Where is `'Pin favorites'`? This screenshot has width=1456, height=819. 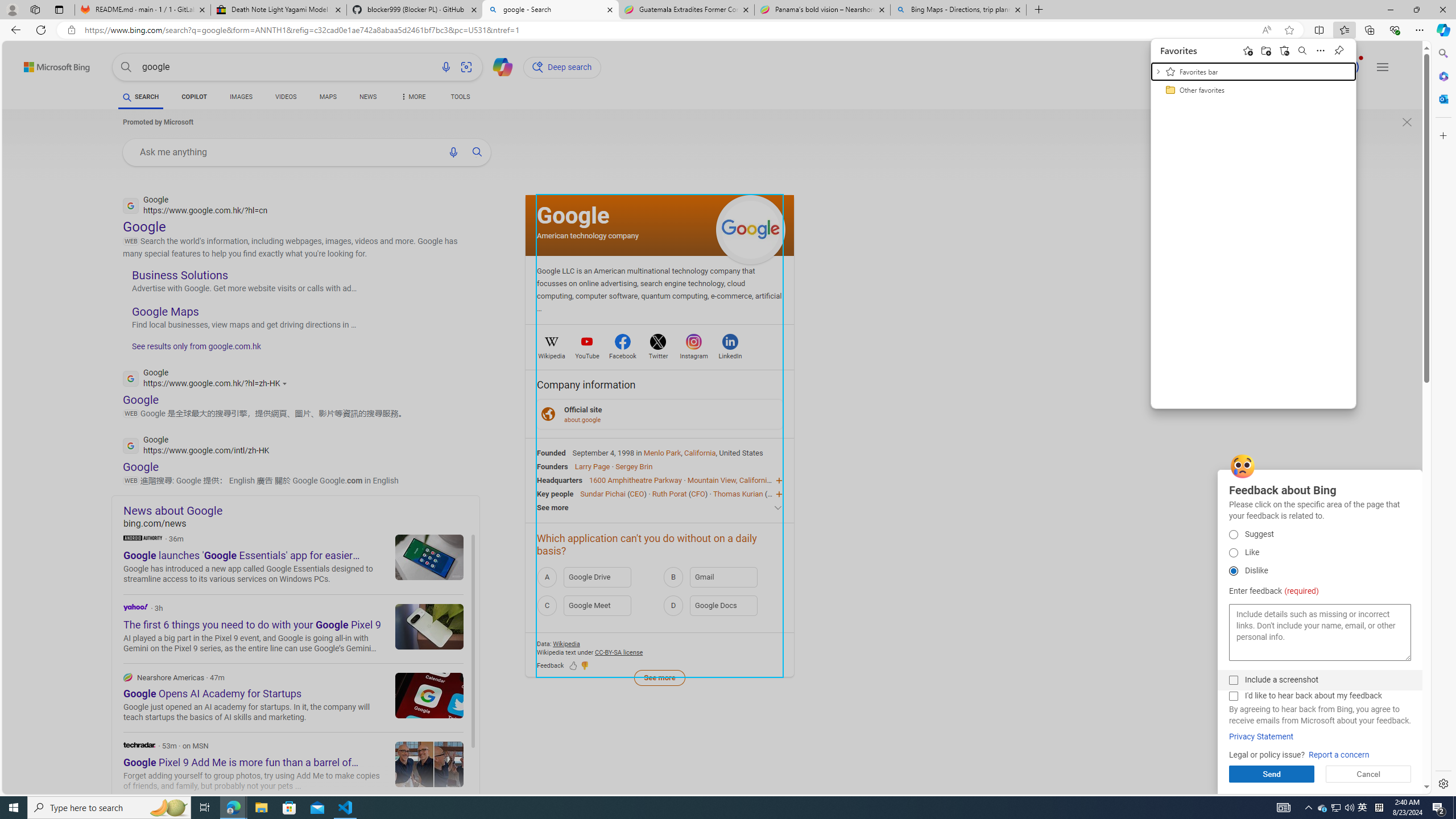 'Pin favorites' is located at coordinates (1301, 50).